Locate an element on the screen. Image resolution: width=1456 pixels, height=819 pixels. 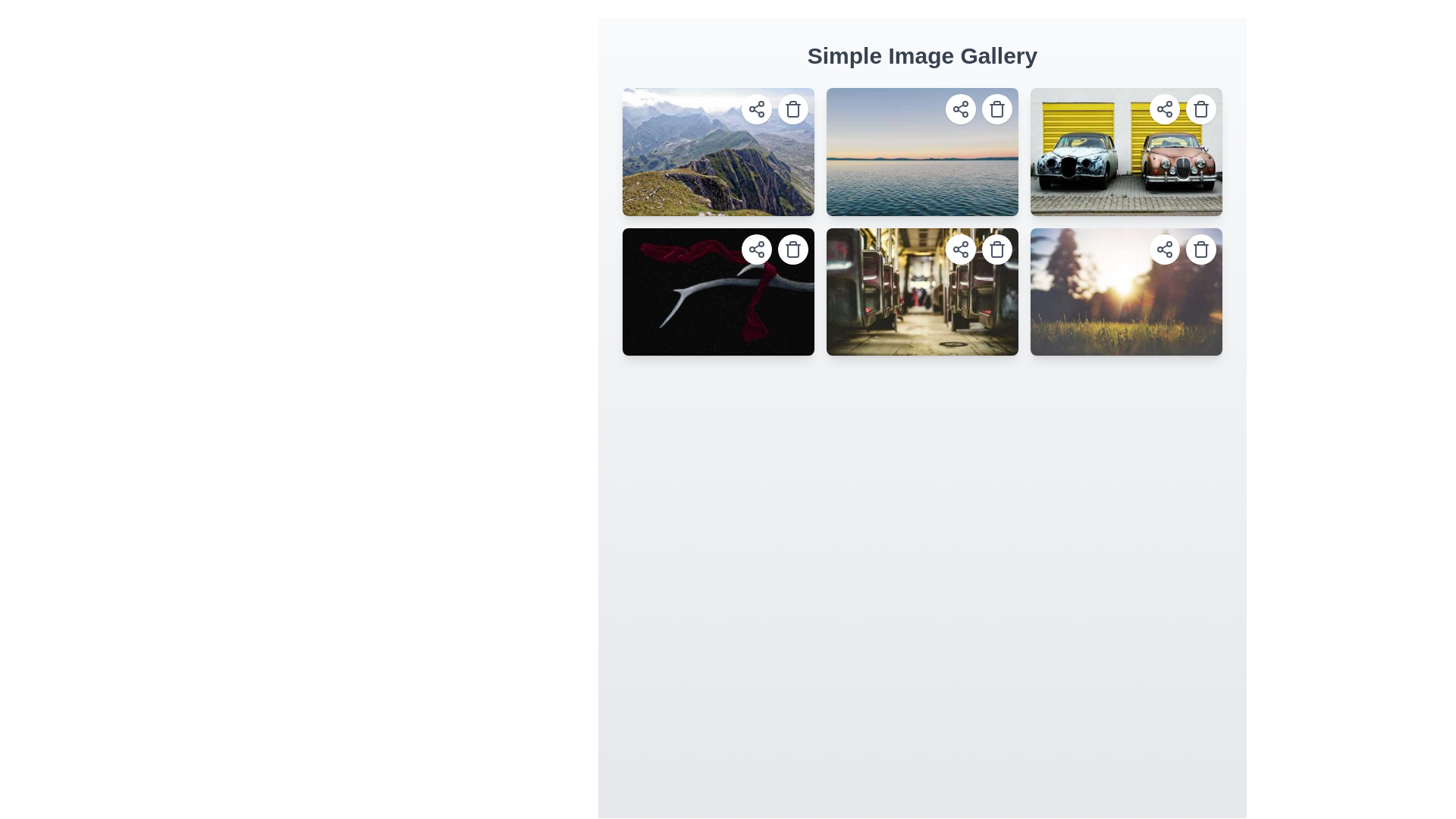
the delete button located is located at coordinates (792, 108).